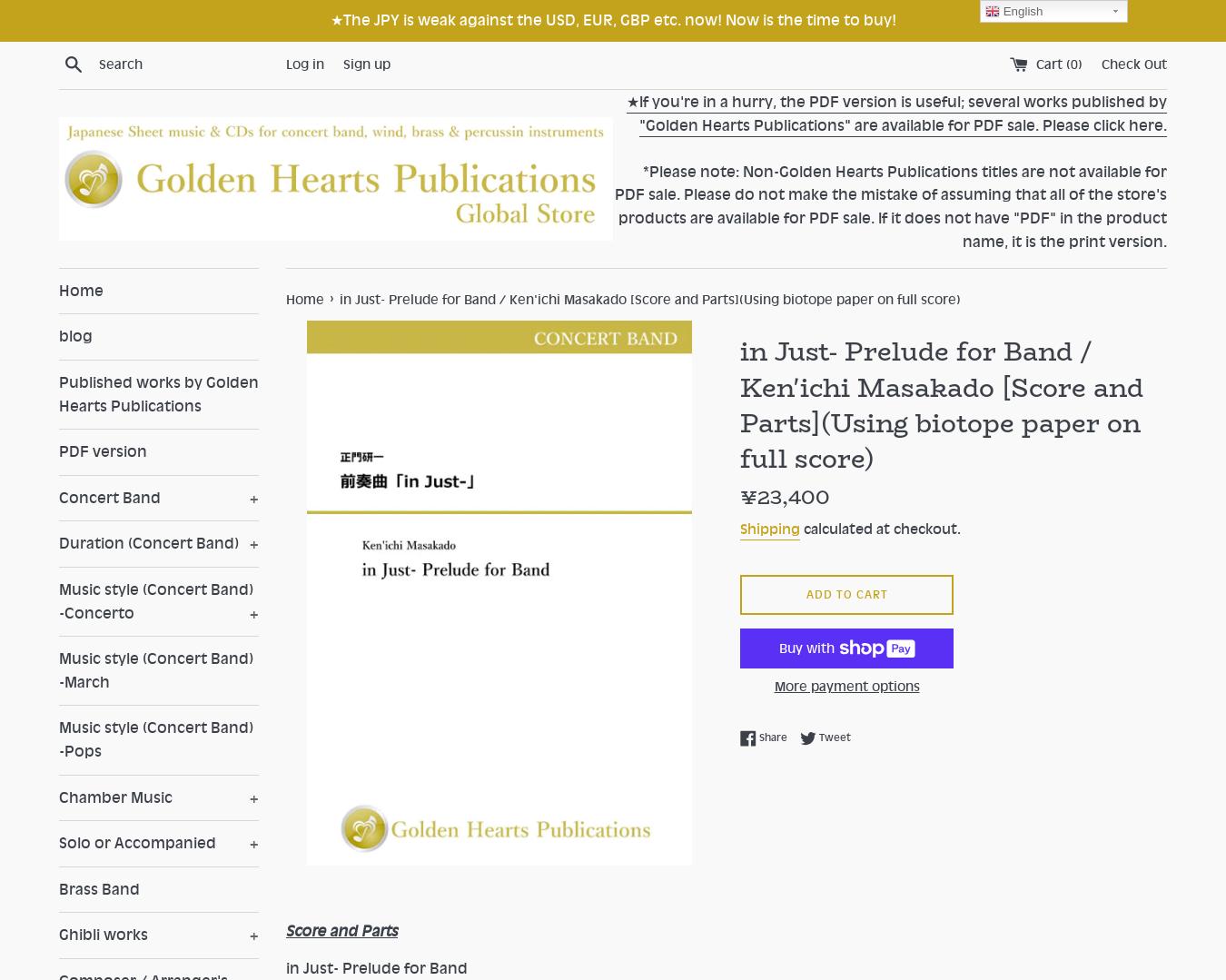  What do you see at coordinates (807, 647) in the screenshot?
I see `'Buy with'` at bounding box center [807, 647].